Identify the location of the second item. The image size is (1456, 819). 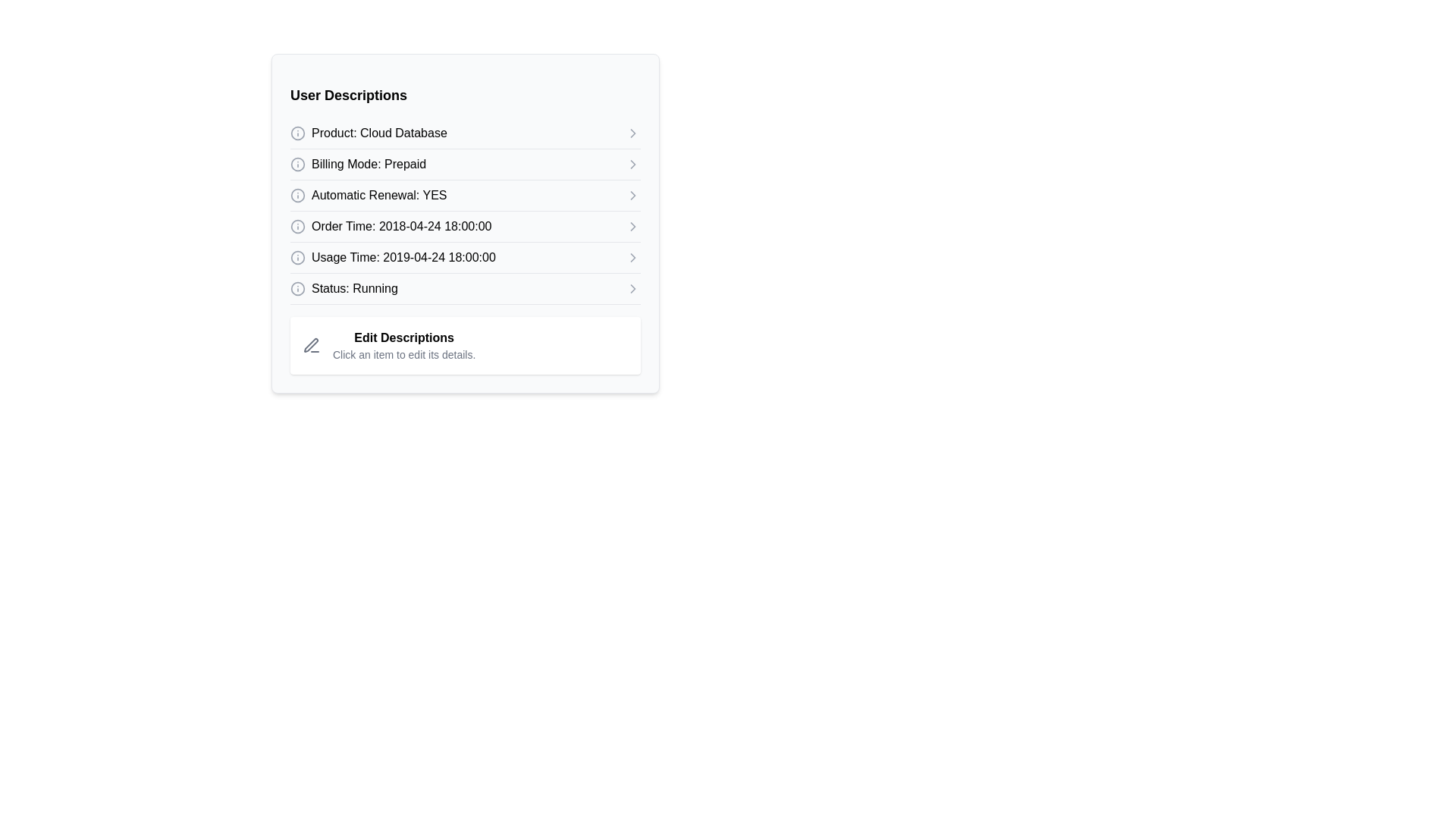
(465, 164).